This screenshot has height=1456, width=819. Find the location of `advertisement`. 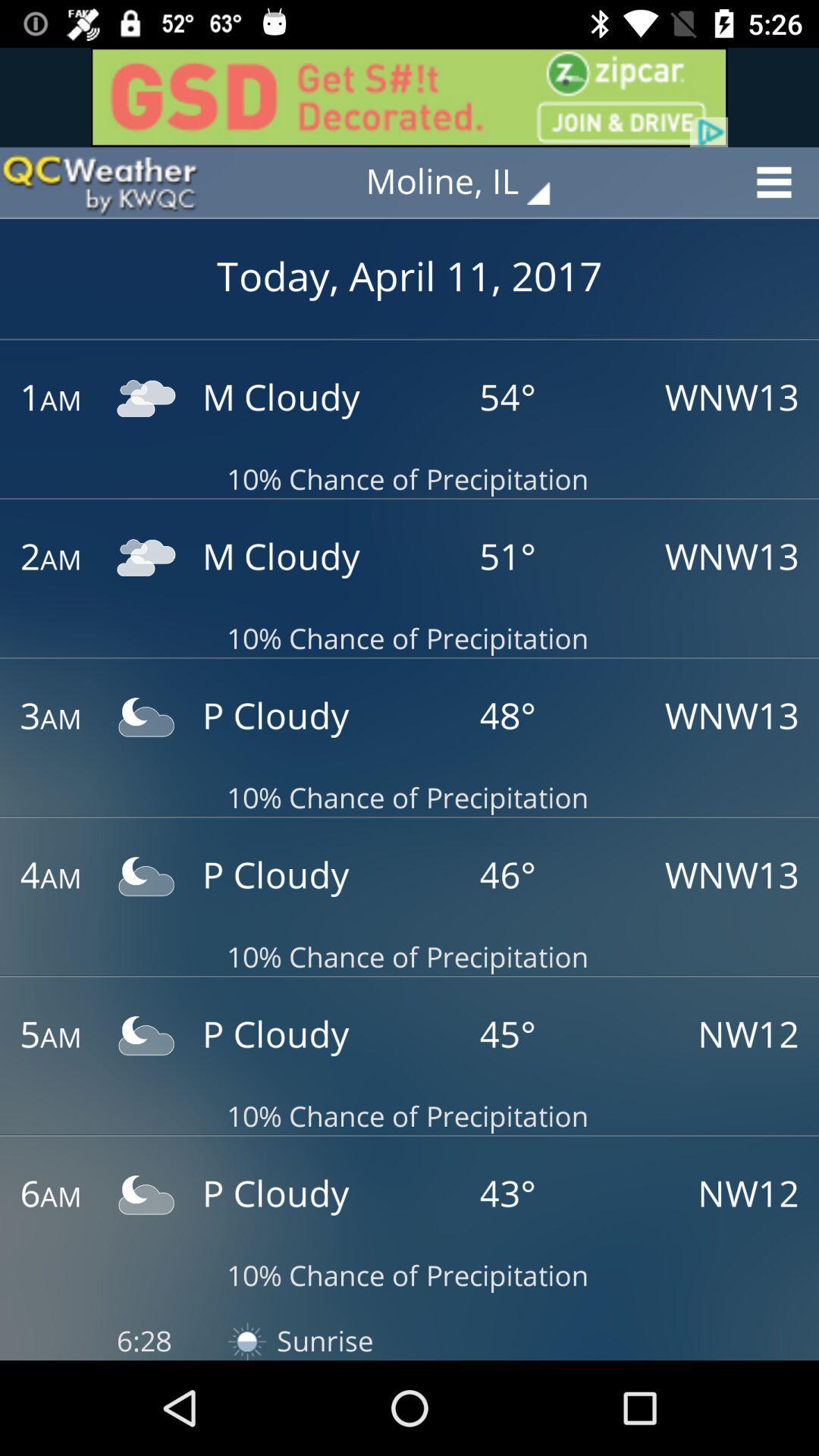

advertisement is located at coordinates (409, 96).